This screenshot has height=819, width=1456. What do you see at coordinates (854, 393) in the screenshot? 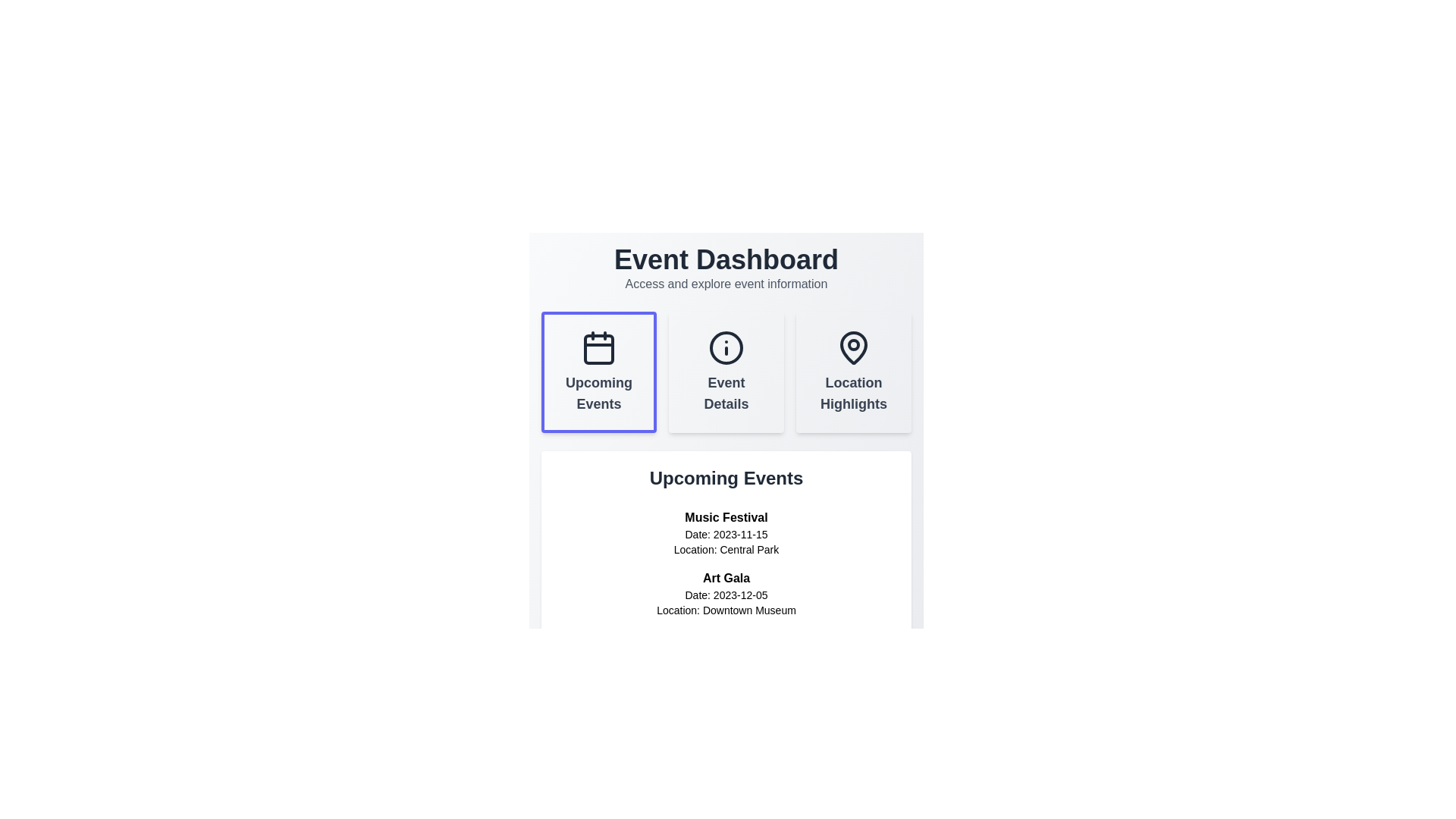
I see `text content of the 'Location Highlights' card, which is the title or descriptive label located below the map pin icon in the third card of the row under 'Event Dashboard'` at bounding box center [854, 393].